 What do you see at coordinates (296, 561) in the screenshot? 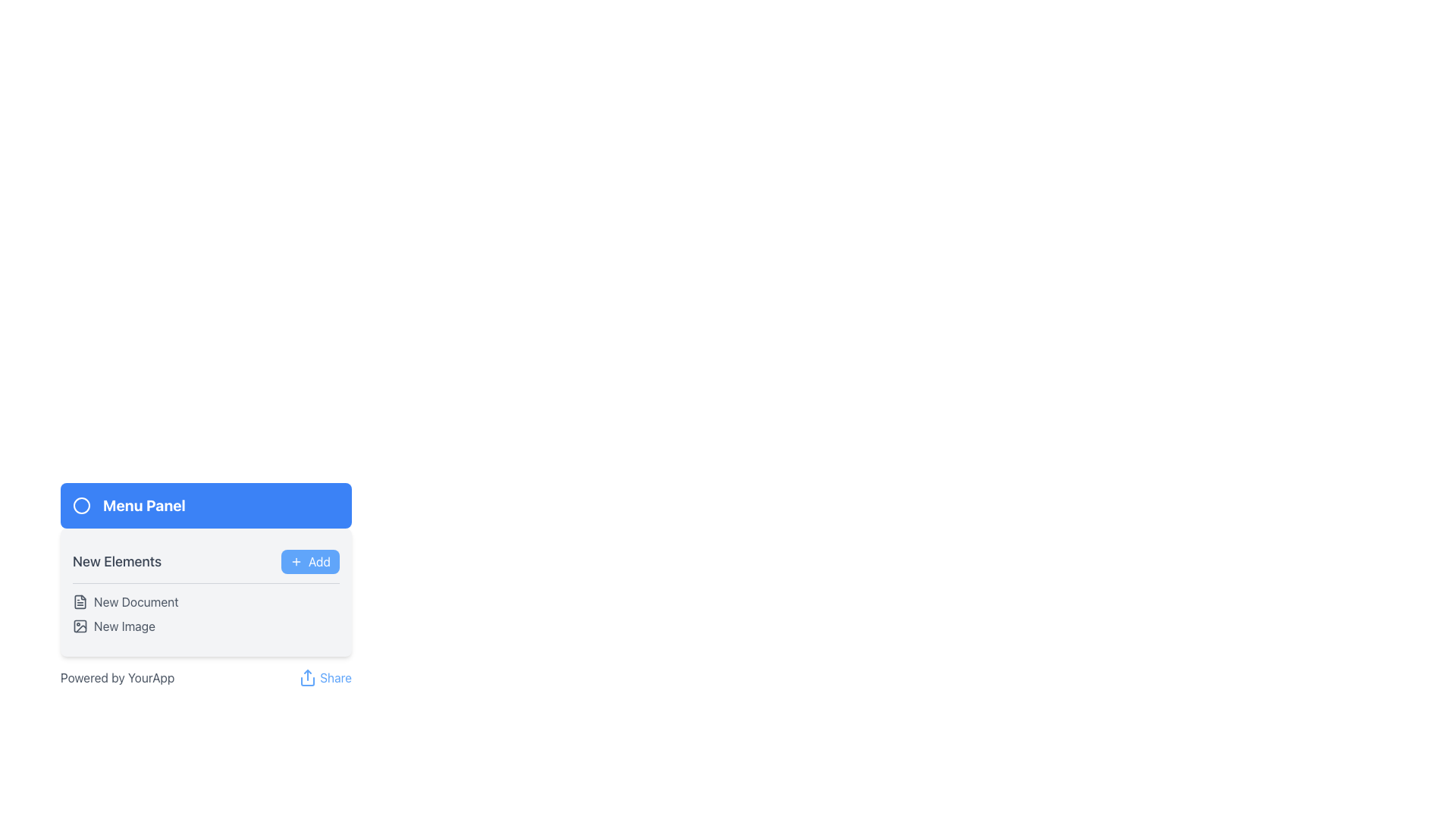
I see `the plus sign icon embedded within the 'Add' button located in the top right corner of the 'New Elements' grouping` at bounding box center [296, 561].